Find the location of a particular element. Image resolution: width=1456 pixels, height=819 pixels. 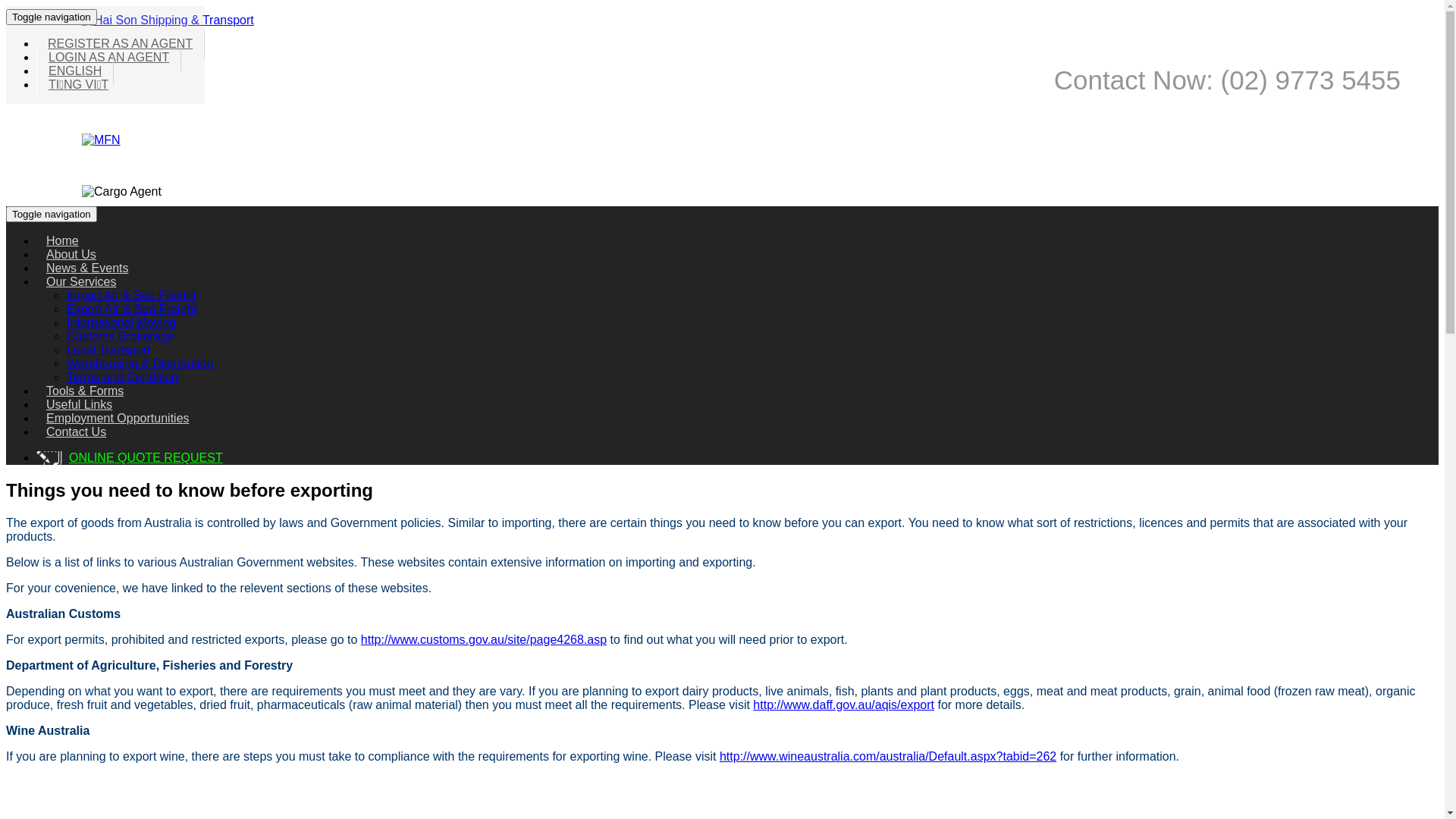

'Export Air & Sea Freight' is located at coordinates (65, 308).